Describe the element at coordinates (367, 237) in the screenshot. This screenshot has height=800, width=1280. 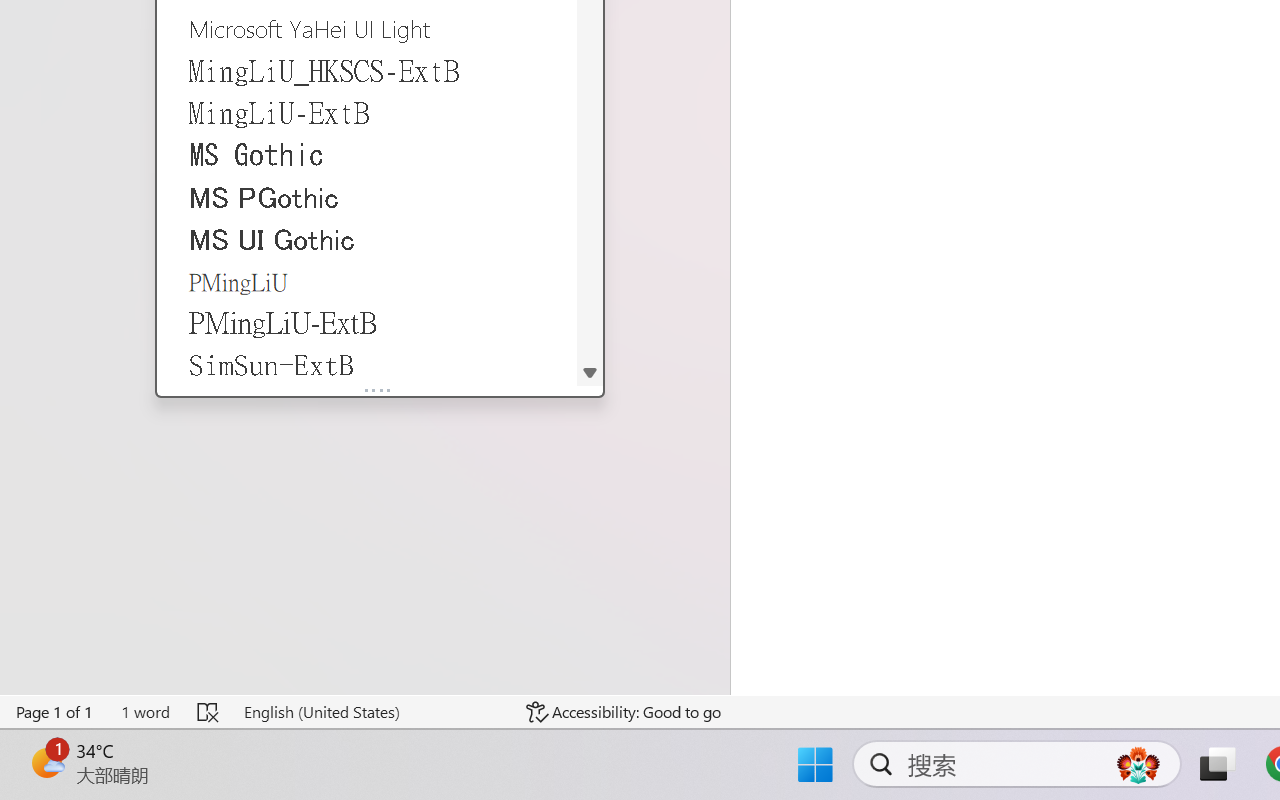
I see `'MS UI Gothic'` at that location.